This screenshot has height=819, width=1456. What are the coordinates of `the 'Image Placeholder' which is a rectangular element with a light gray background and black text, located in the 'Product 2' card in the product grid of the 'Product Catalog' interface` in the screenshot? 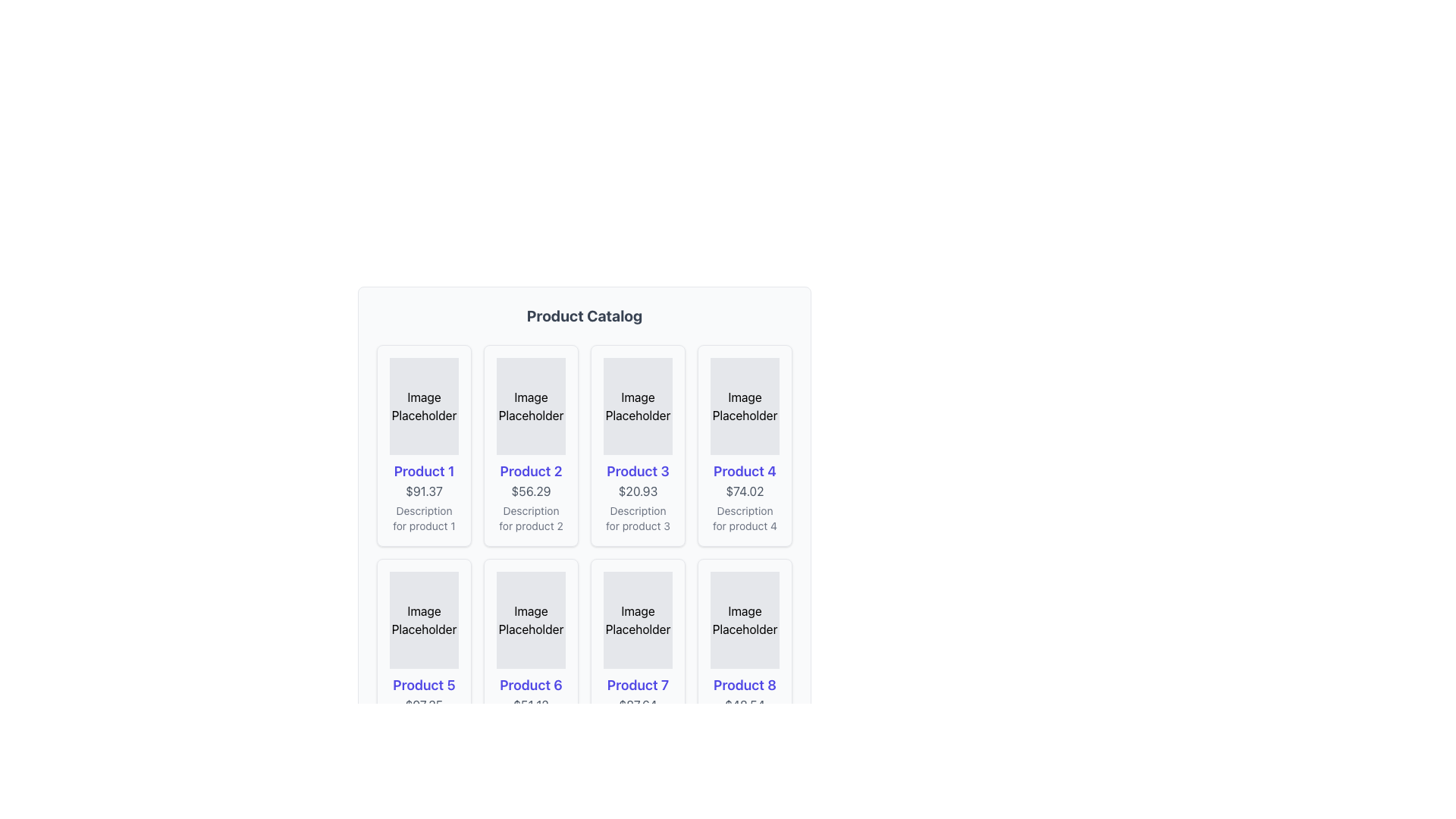 It's located at (531, 406).